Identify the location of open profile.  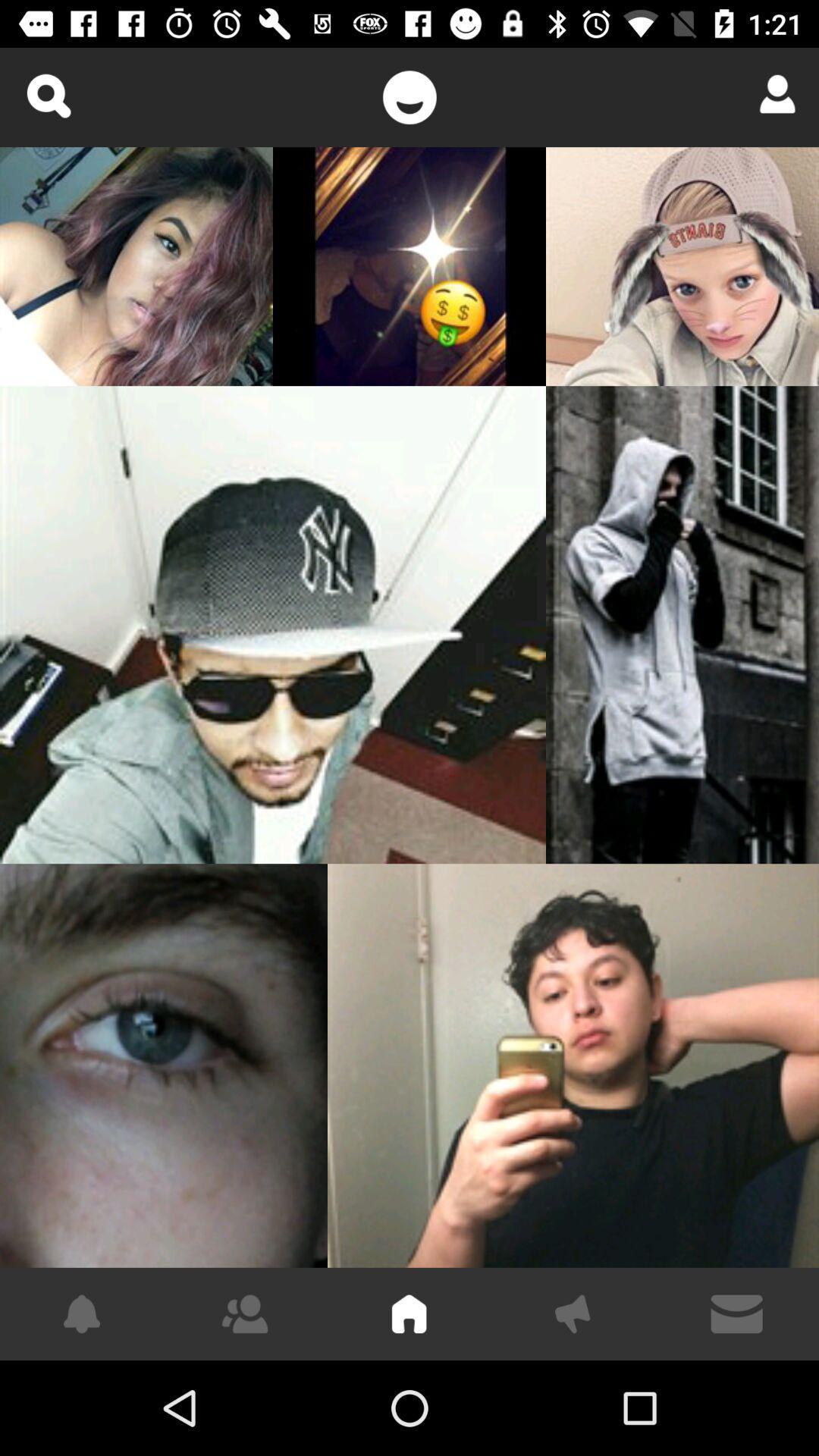
(772, 93).